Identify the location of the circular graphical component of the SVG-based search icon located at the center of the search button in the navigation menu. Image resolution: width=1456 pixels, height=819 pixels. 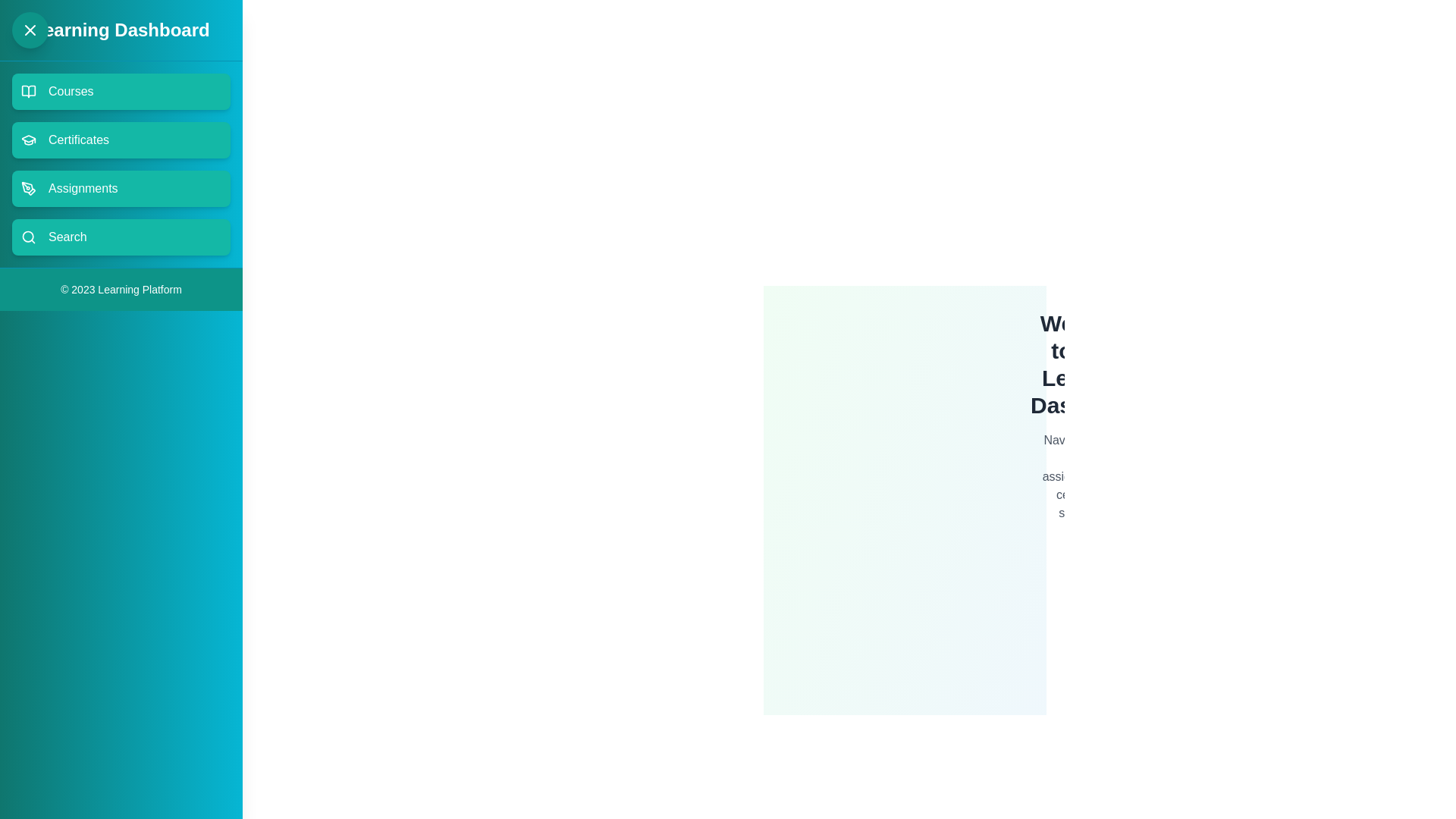
(28, 237).